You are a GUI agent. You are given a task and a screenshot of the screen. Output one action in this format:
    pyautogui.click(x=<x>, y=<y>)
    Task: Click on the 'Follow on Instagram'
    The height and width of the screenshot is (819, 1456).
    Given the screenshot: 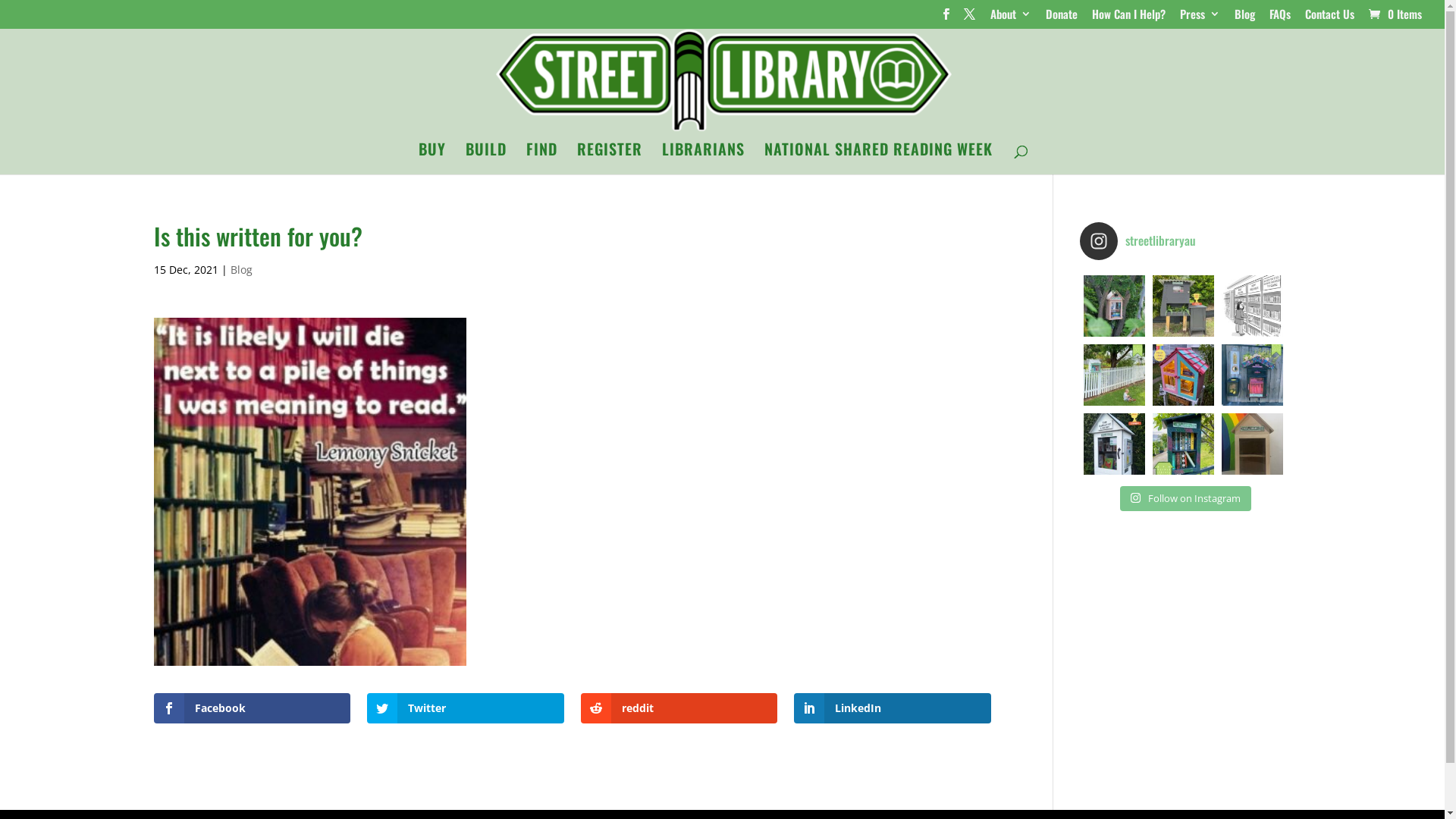 What is the action you would take?
    pyautogui.click(x=1185, y=499)
    